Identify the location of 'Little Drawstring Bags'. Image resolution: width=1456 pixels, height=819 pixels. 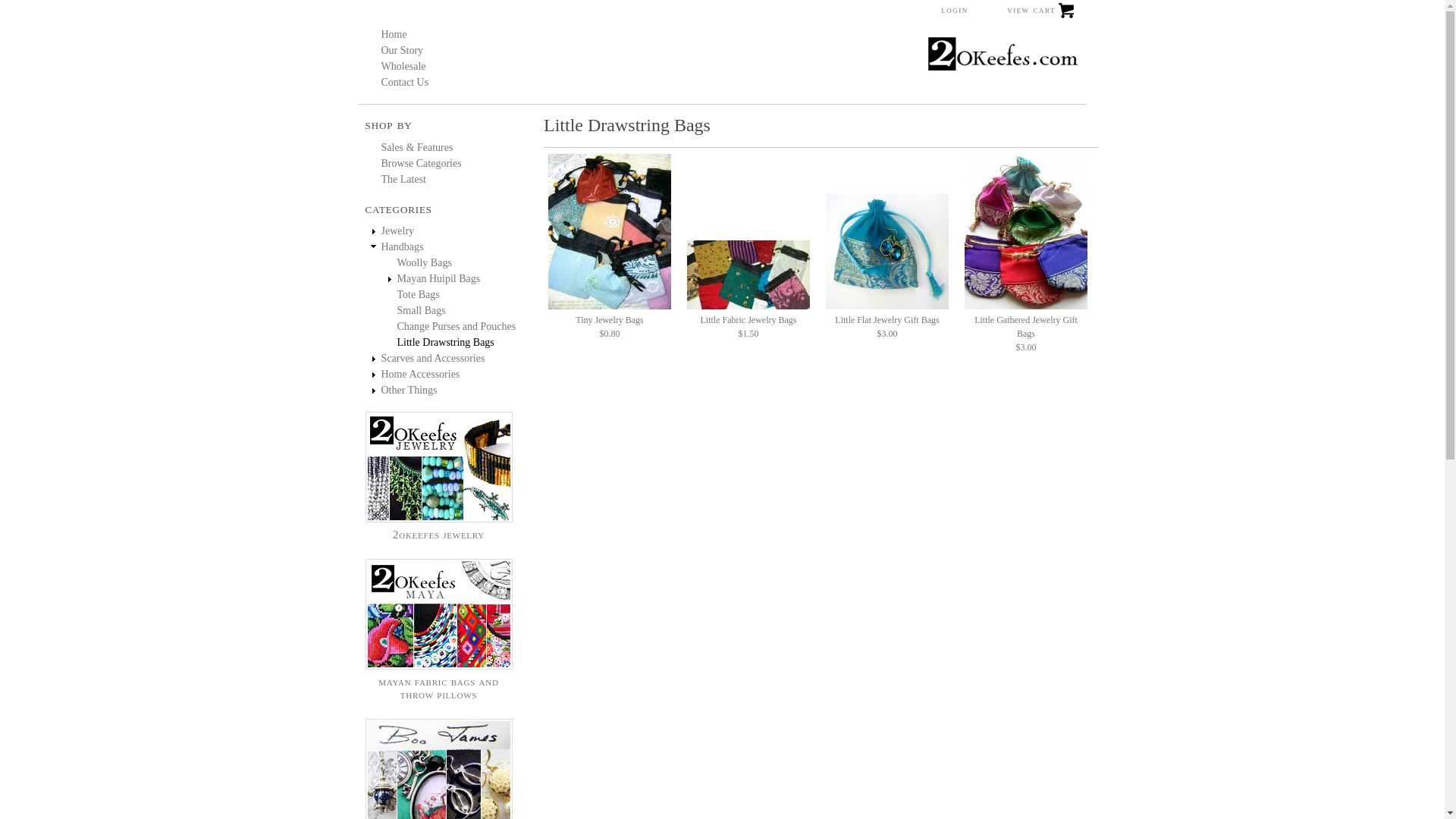
(445, 342).